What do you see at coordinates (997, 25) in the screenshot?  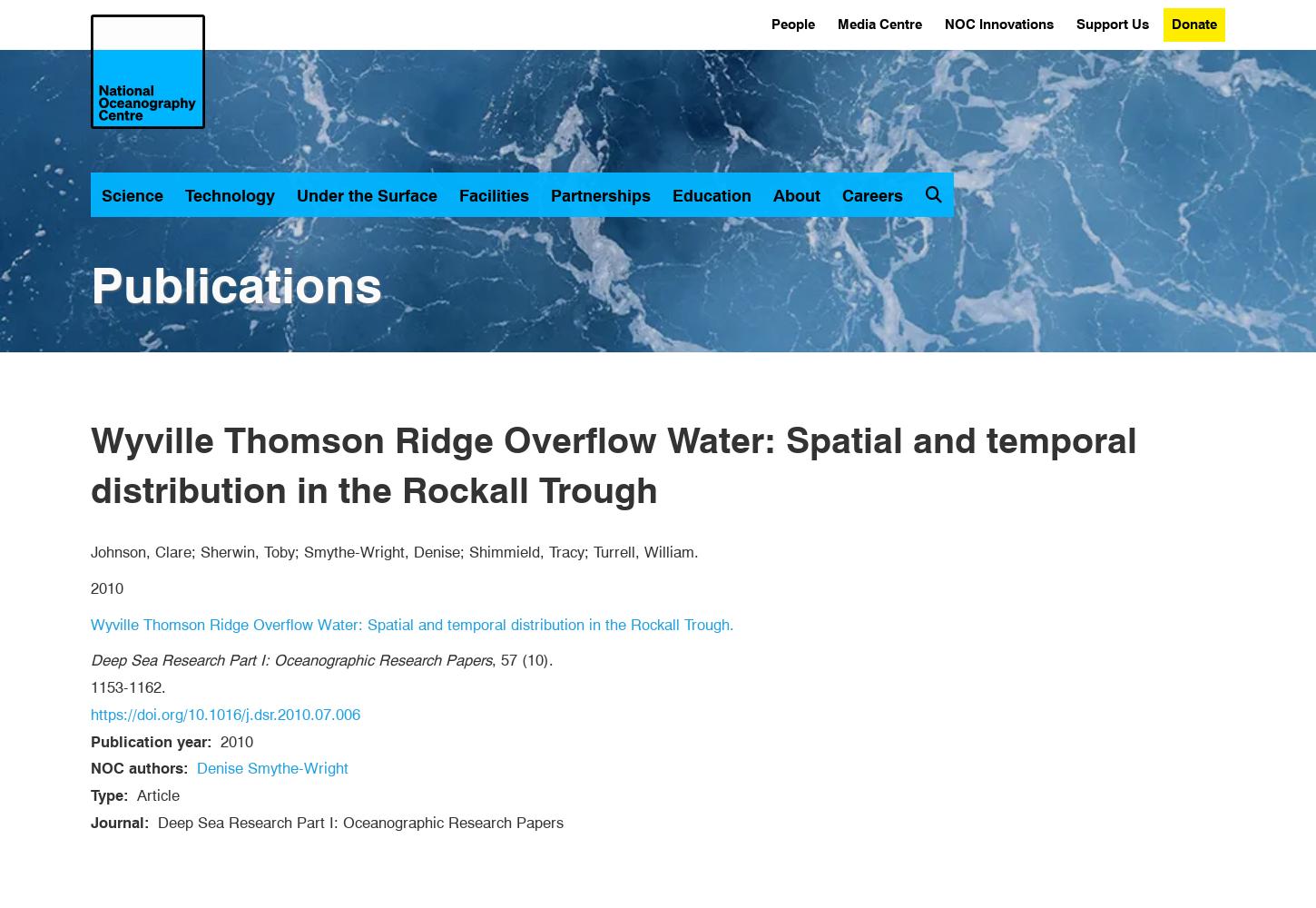 I see `'NOC Innovations'` at bounding box center [997, 25].